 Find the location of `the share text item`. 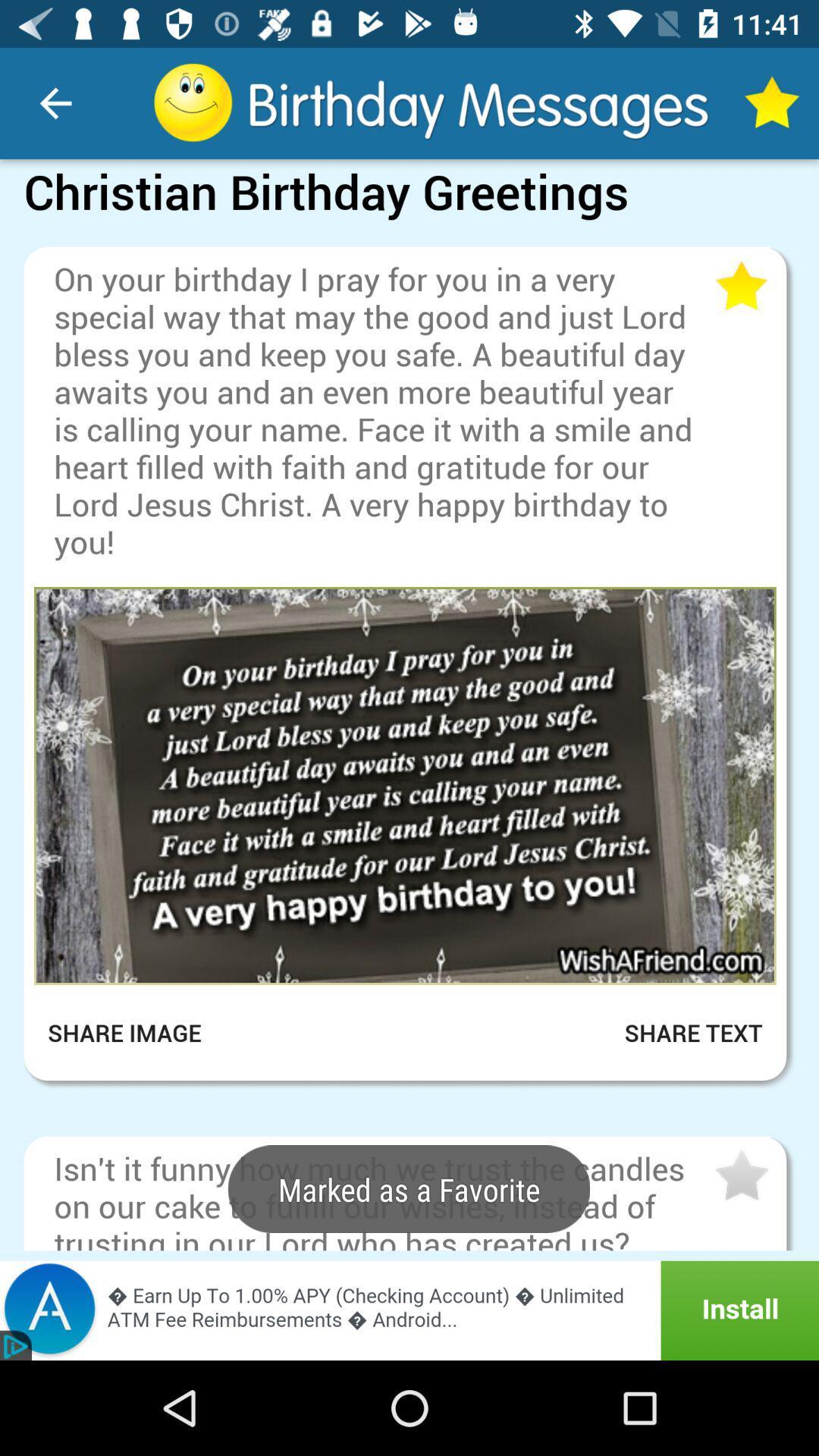

the share text item is located at coordinates (674, 1032).